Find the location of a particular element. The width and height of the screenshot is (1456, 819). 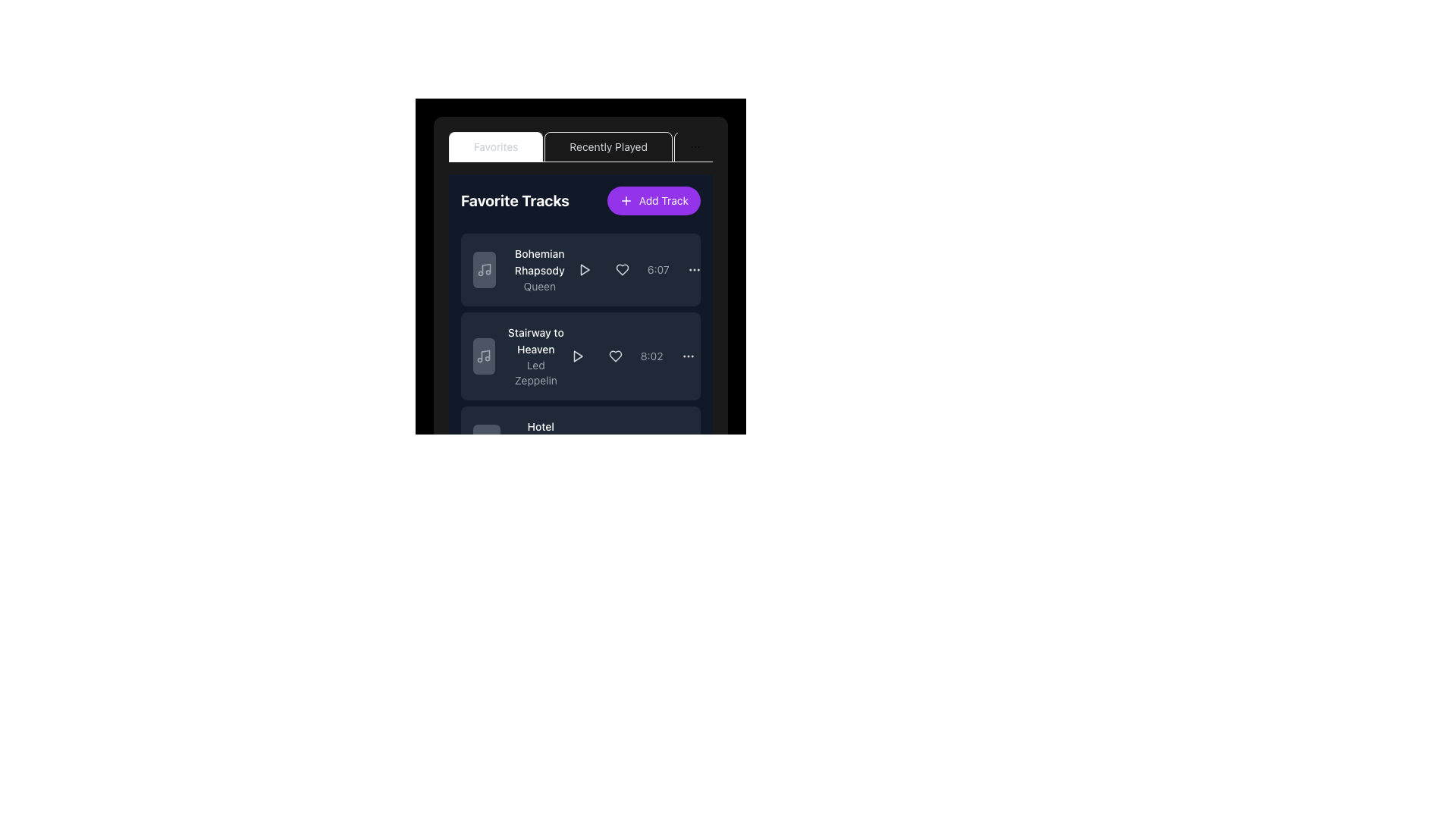

the pill-shaped button with a purple background and white text 'Add Track' is located at coordinates (654, 200).